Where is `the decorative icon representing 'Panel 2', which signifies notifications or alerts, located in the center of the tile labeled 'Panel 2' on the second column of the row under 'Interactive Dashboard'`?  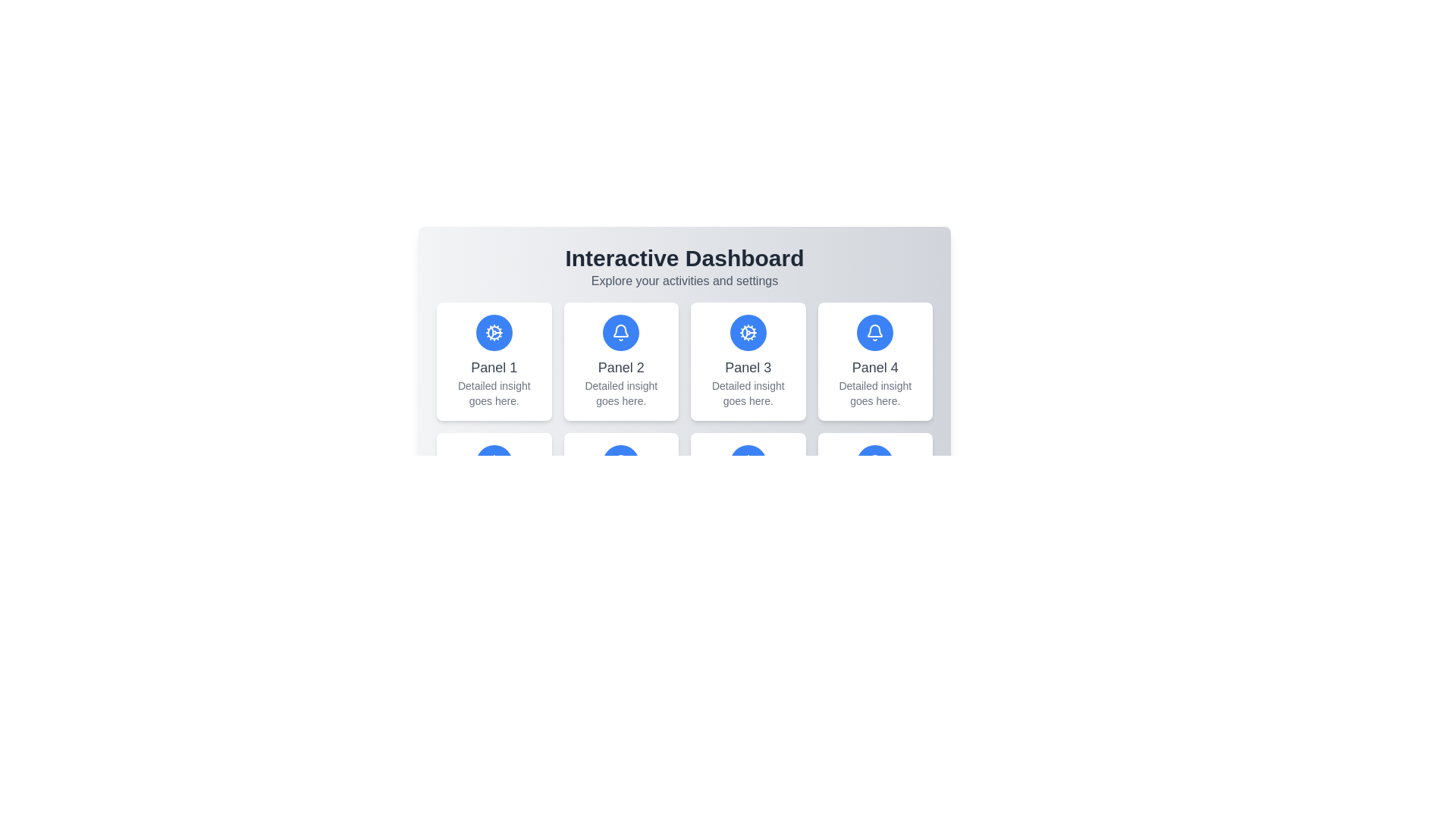 the decorative icon representing 'Panel 2', which signifies notifications or alerts, located in the center of the tile labeled 'Panel 2' on the second column of the row under 'Interactive Dashboard' is located at coordinates (621, 332).